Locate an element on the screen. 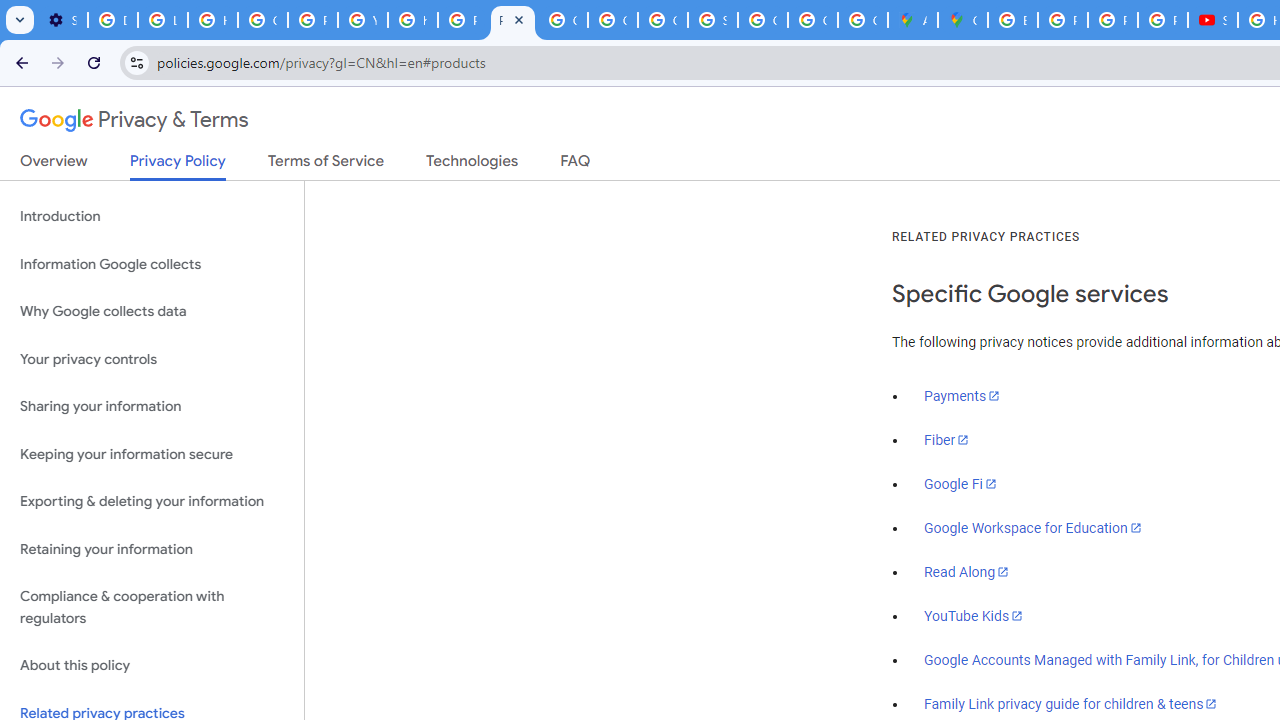  'Google Fi' is located at coordinates (960, 484).